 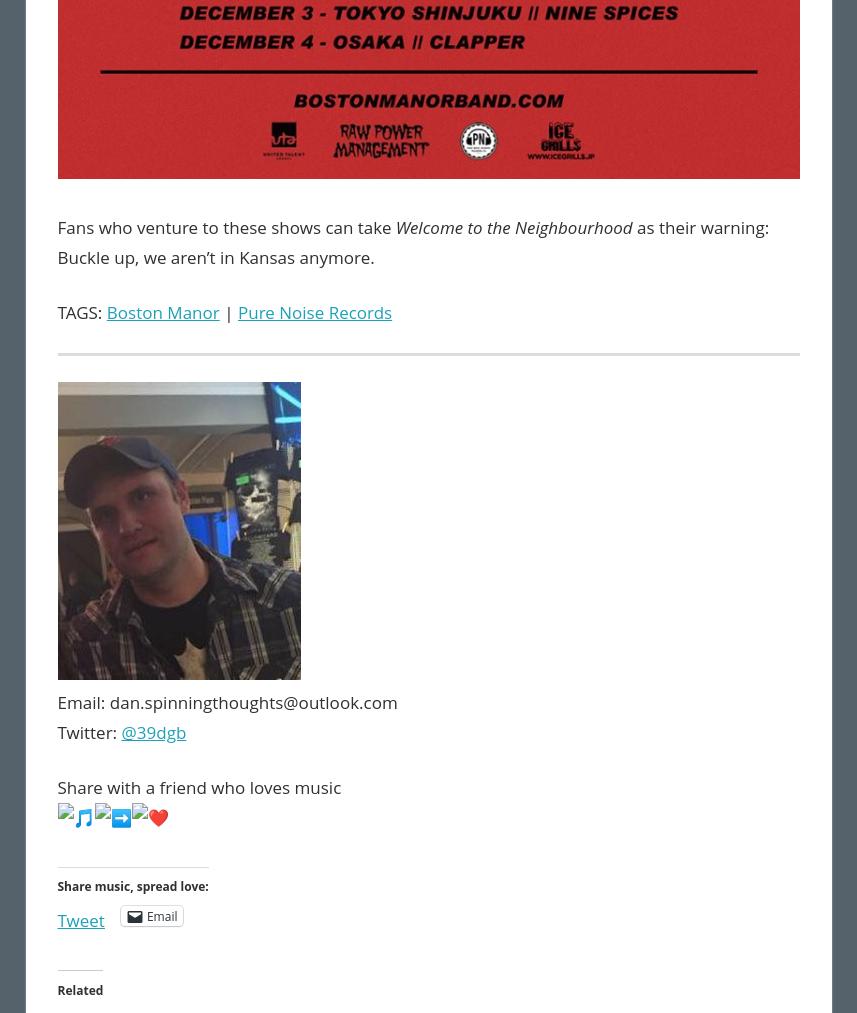 What do you see at coordinates (120, 732) in the screenshot?
I see `'@39dgb'` at bounding box center [120, 732].